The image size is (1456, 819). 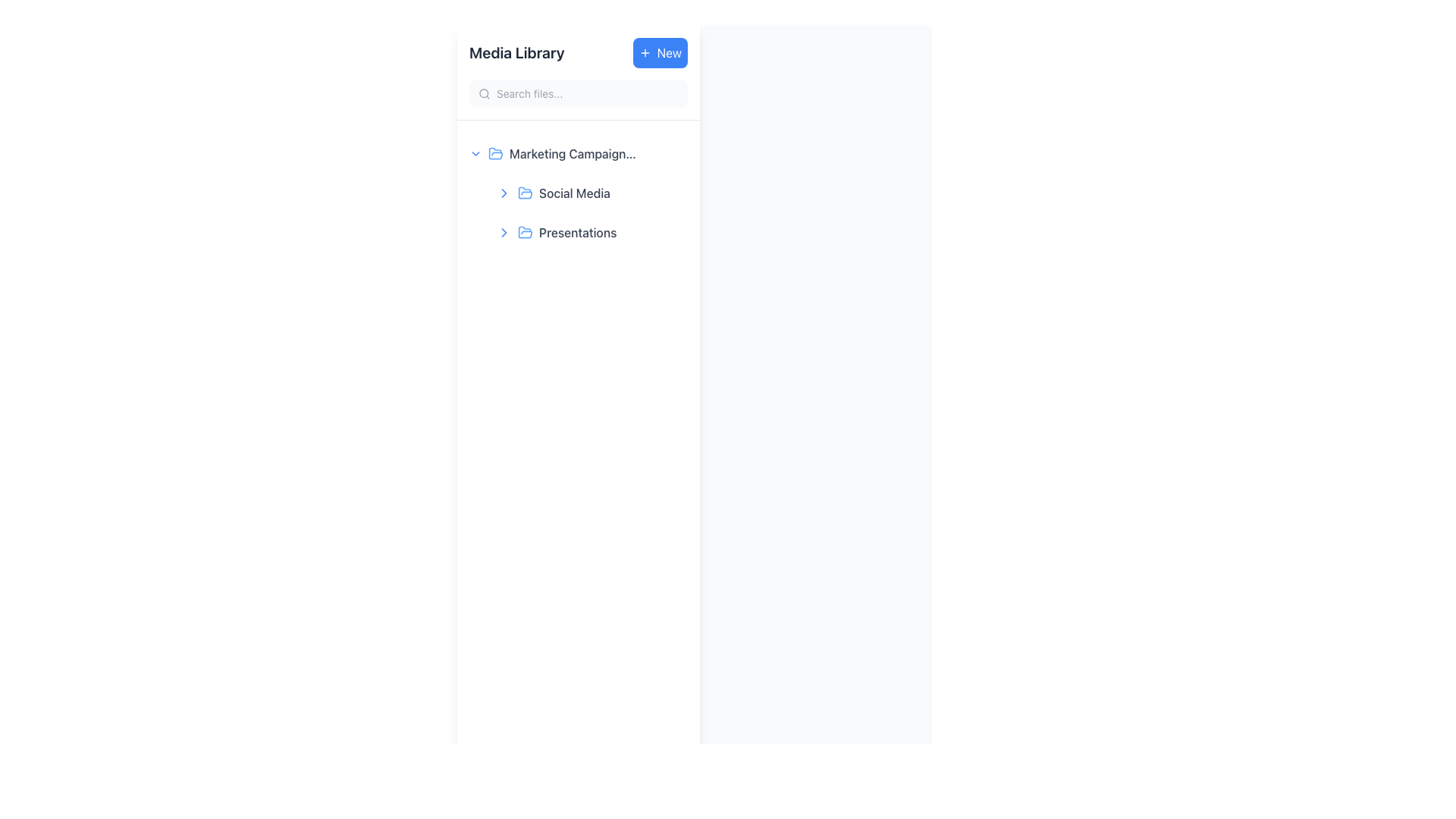 I want to click on the 'Social Media' label in the navigational list under 'Marketing Campaign 2024', so click(x=578, y=192).